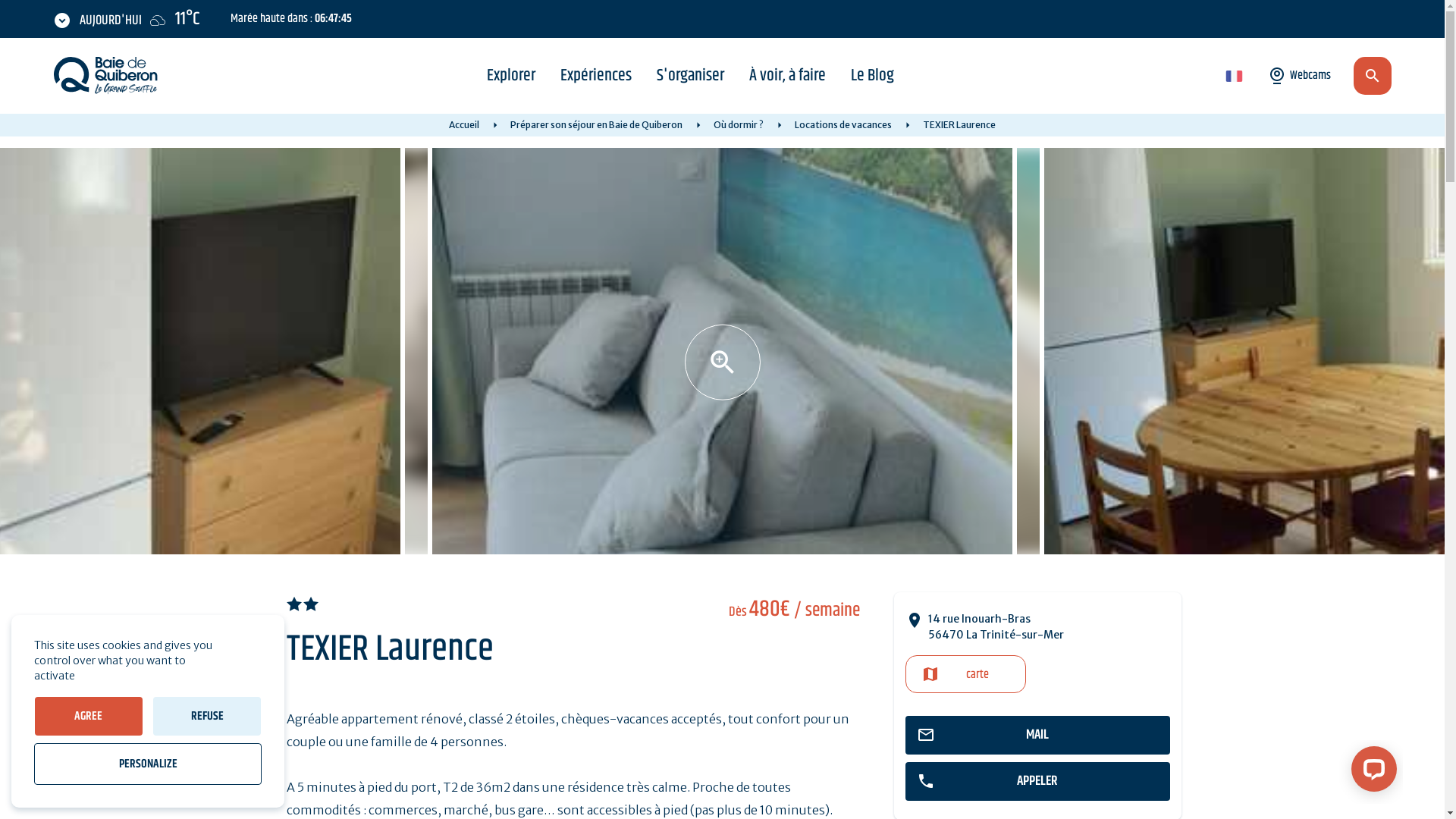  Describe the element at coordinates (1371, 772) in the screenshot. I see `'LiveChat chat widget'` at that location.